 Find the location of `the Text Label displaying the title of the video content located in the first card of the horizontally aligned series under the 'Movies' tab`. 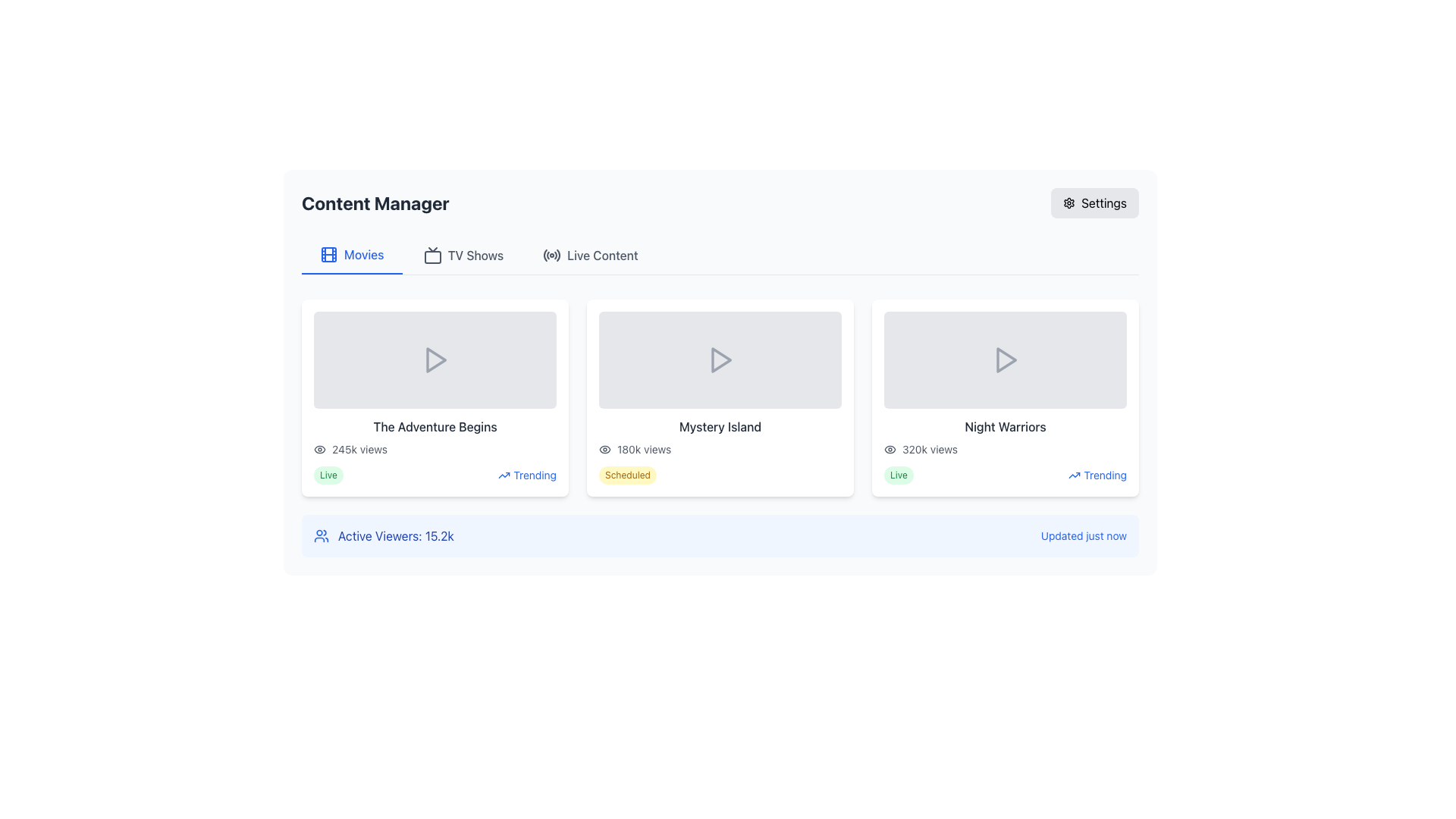

the Text Label displaying the title of the video content located in the first card of the horizontally aligned series under the 'Movies' tab is located at coordinates (435, 427).